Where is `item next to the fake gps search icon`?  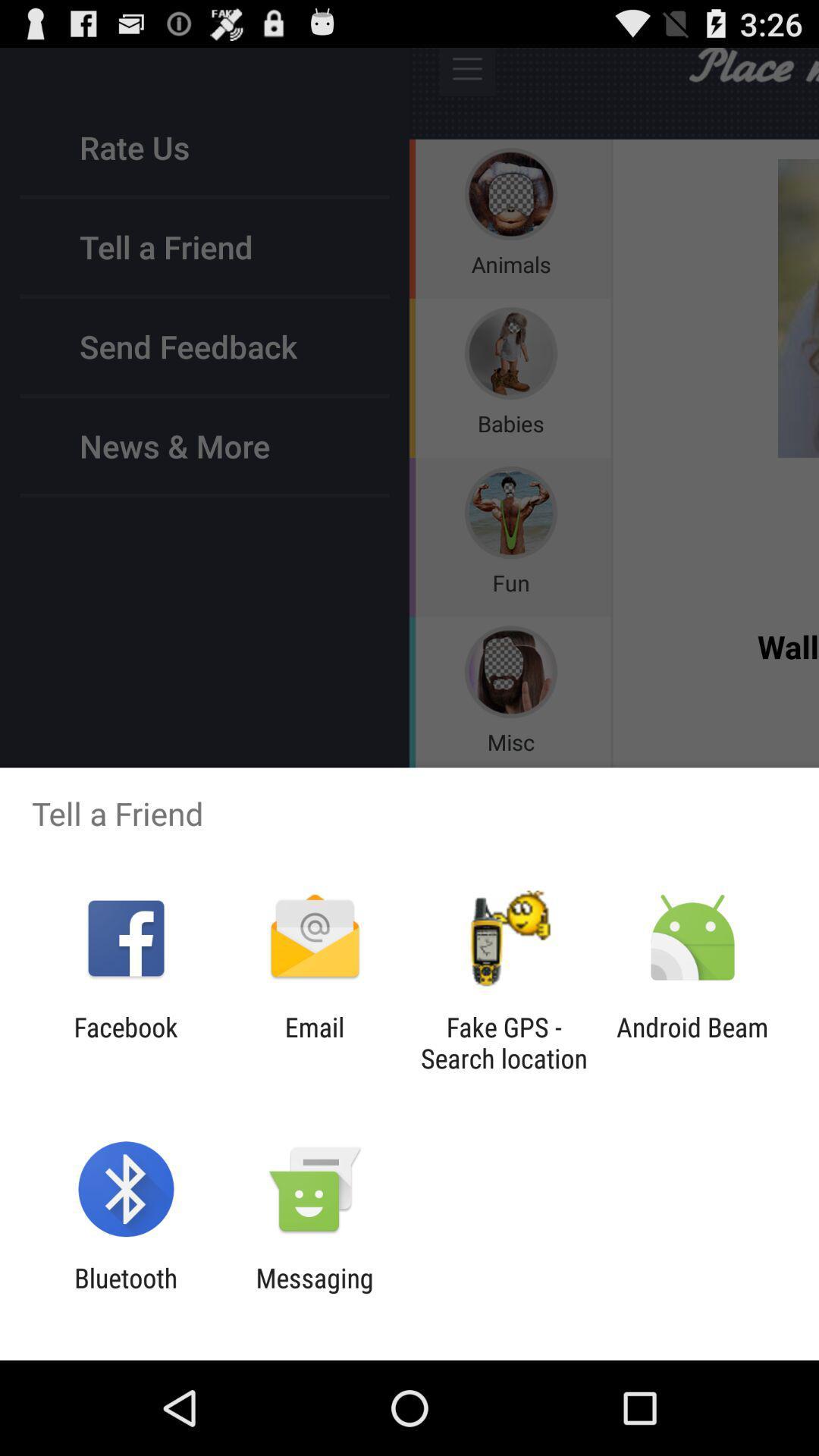 item next to the fake gps search icon is located at coordinates (314, 1042).